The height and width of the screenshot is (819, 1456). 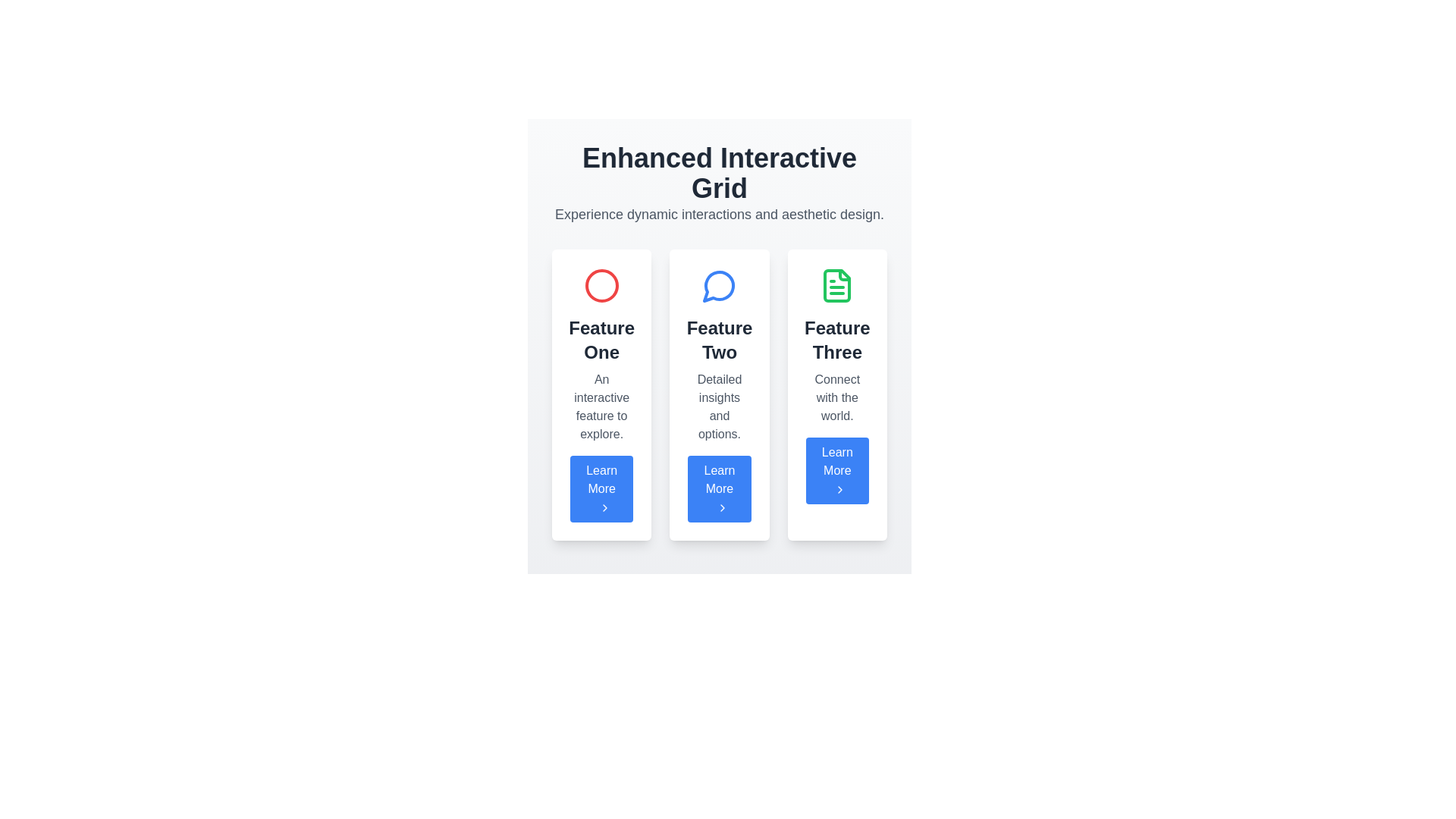 What do you see at coordinates (719, 406) in the screenshot?
I see `the static text element that contains the content 'Detailed insights and options', which is styled in a small, subdued gray font and is positioned between the heading 'Feature Two' and the button 'Learn More'` at bounding box center [719, 406].